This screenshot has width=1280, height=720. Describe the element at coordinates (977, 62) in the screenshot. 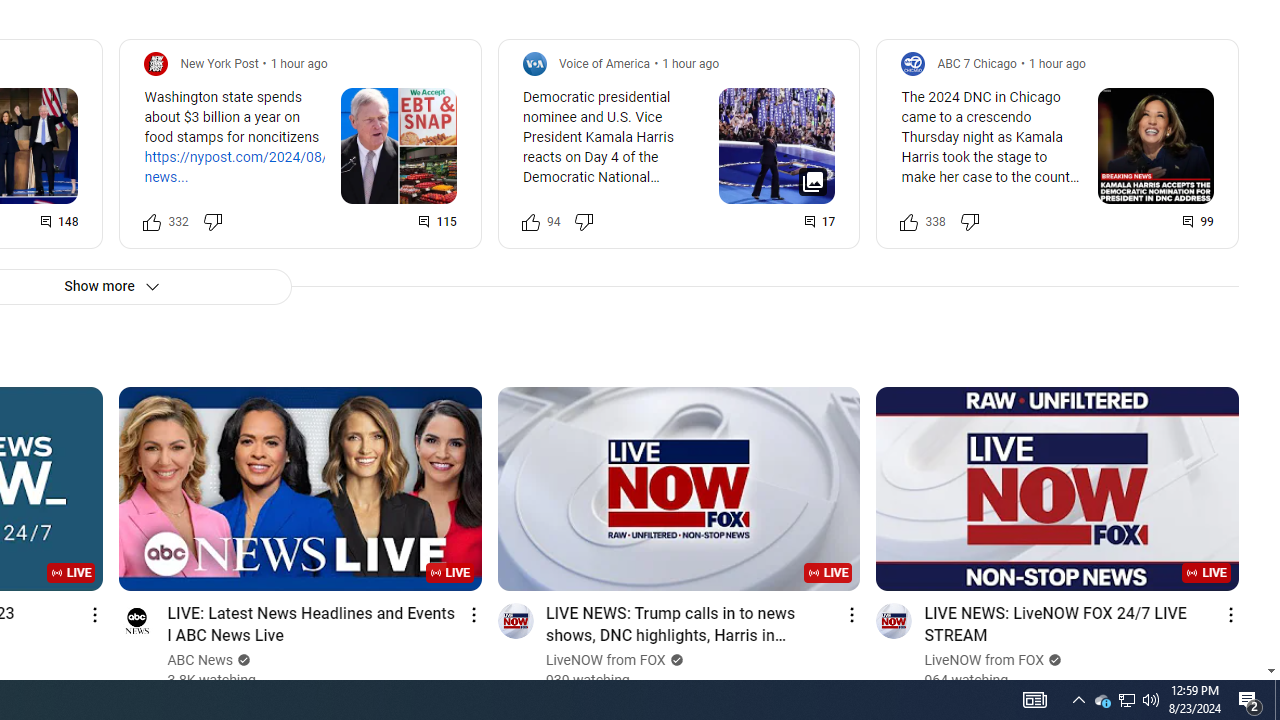

I see `'ABC 7 Chicago'` at that location.